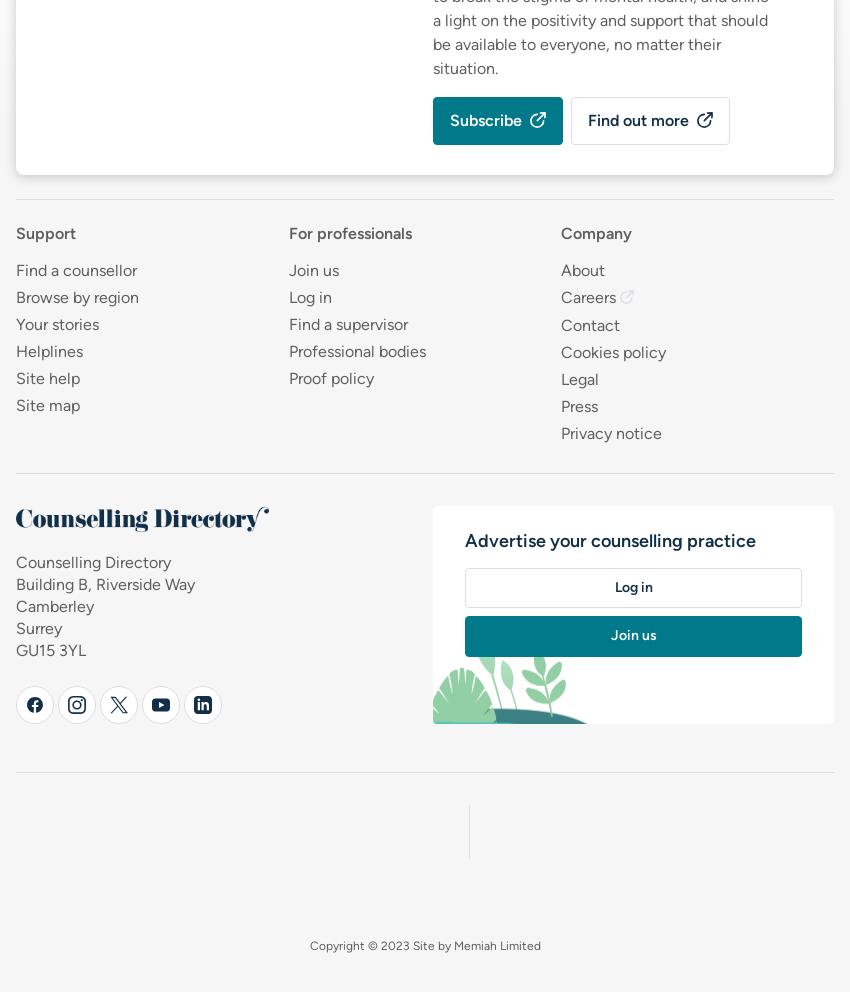  I want to click on 'Cookies policy', so click(612, 350).